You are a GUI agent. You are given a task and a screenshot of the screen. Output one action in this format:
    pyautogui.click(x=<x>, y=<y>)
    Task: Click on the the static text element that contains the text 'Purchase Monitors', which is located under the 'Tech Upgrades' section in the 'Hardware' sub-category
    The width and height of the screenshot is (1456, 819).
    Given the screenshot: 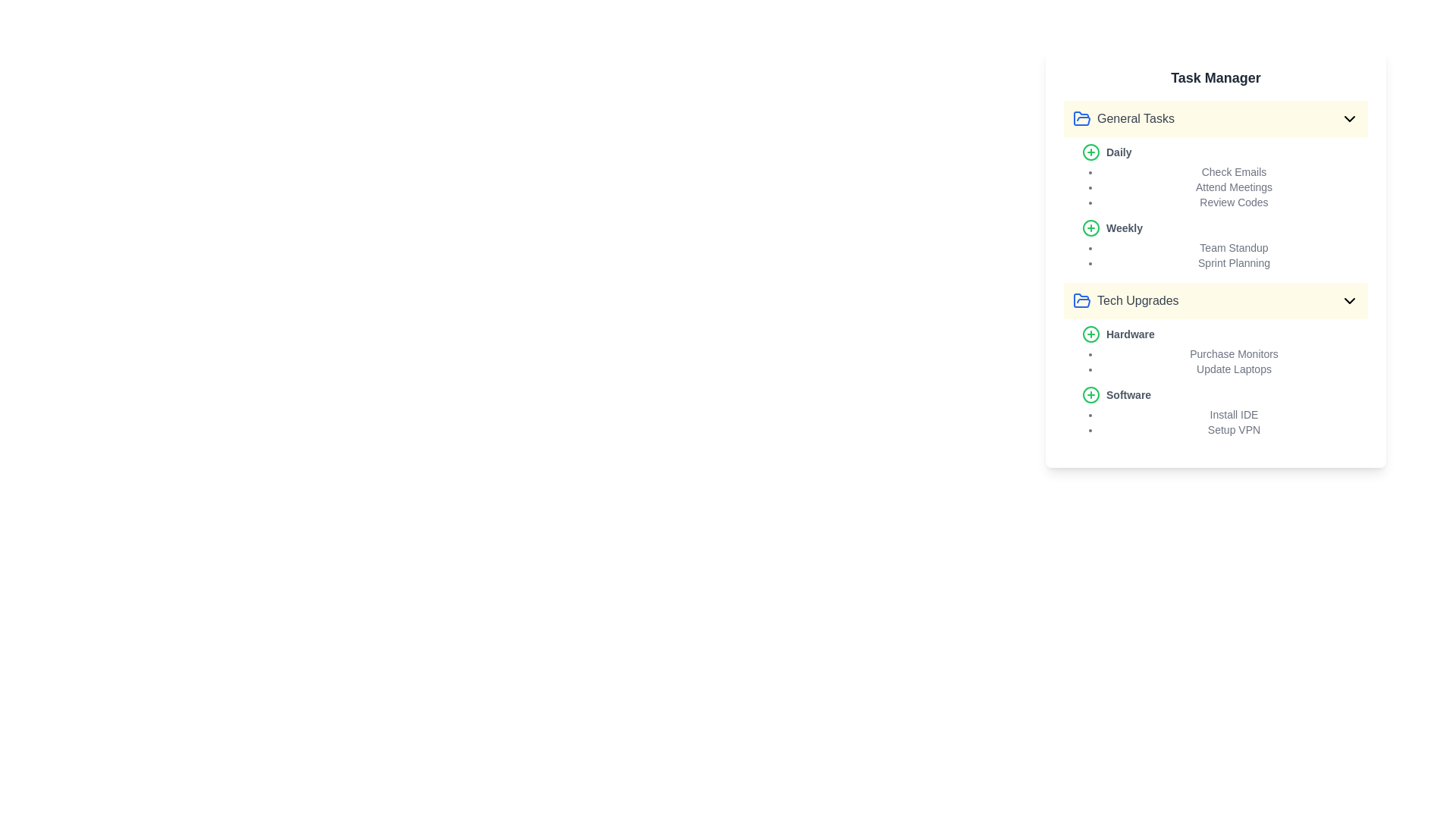 What is the action you would take?
    pyautogui.click(x=1234, y=353)
    